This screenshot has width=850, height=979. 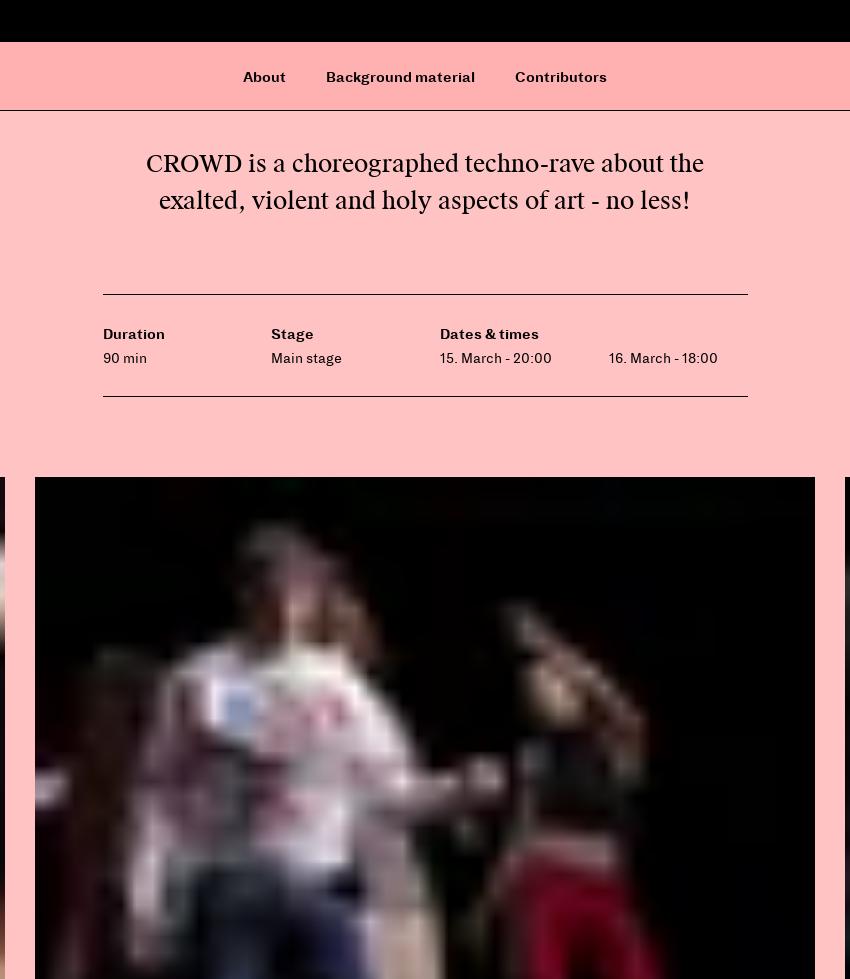 What do you see at coordinates (425, 181) in the screenshot?
I see `'CROWD is a choreographed techno-rave about the exalted, violent and holy aspects of art - no less!'` at bounding box center [425, 181].